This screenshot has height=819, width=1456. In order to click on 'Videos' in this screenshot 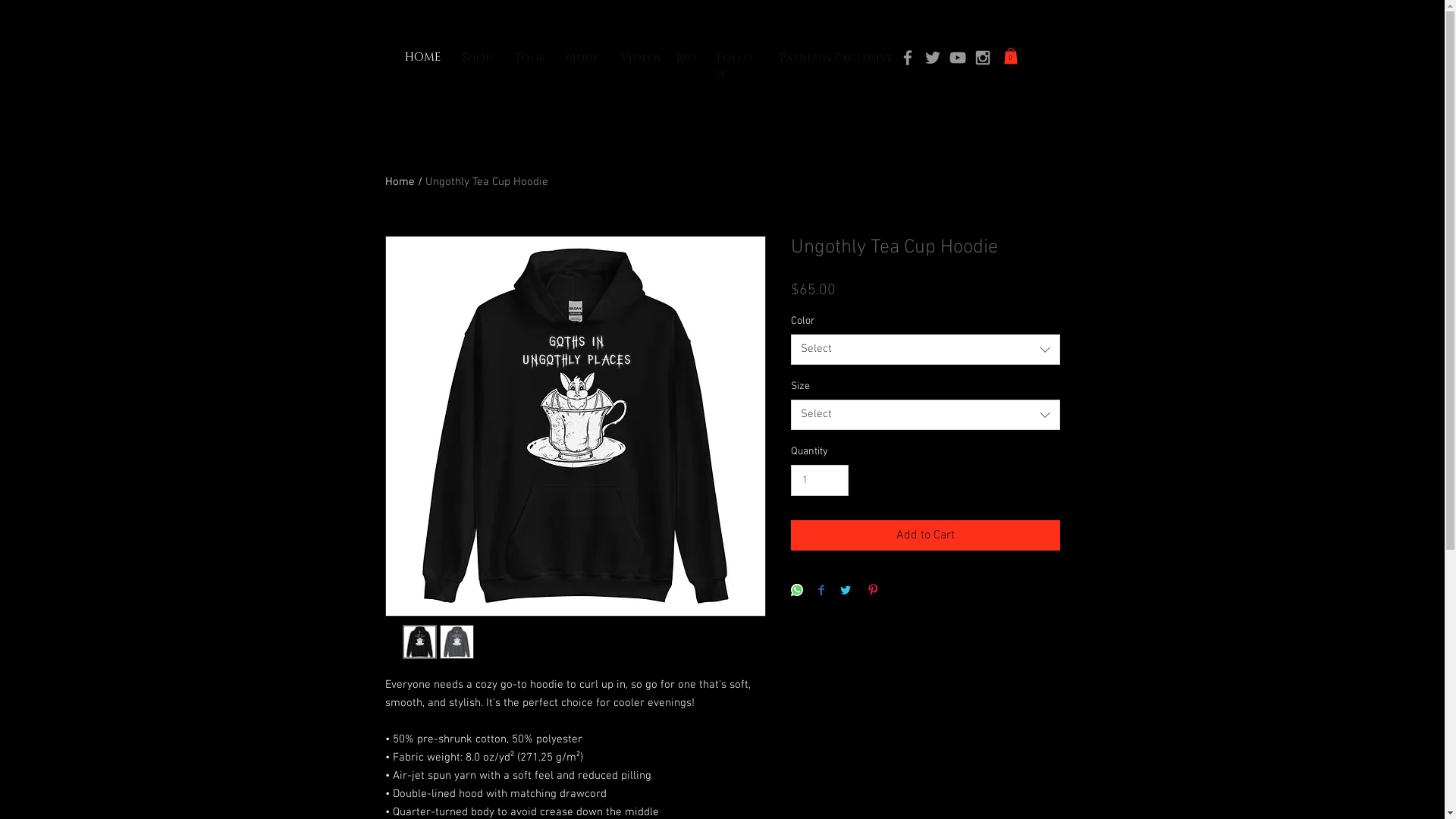, I will do `click(641, 58)`.